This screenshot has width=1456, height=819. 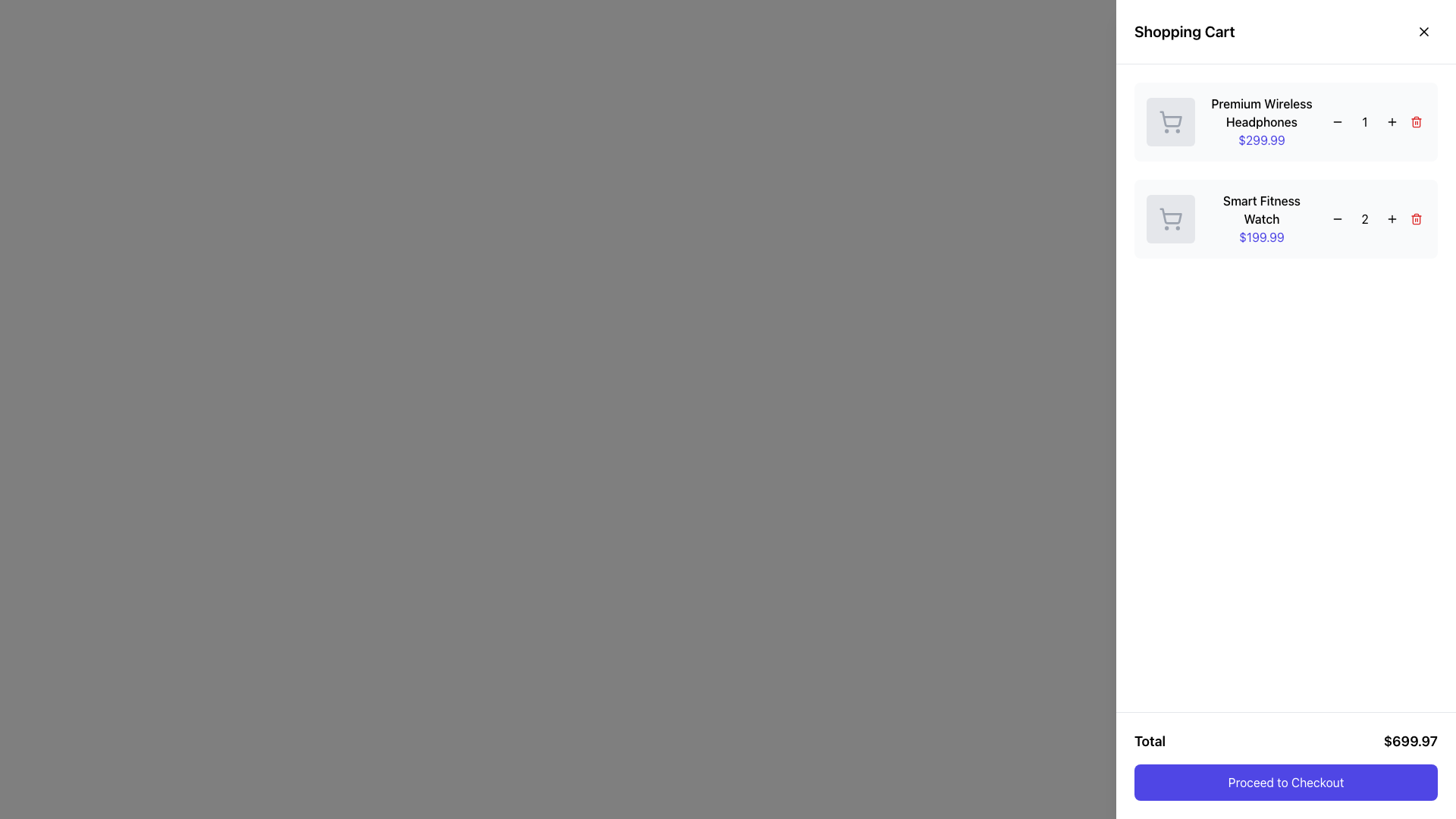 I want to click on the close icon button located at the top-right corner of the shopping cart panel, so click(x=1423, y=32).